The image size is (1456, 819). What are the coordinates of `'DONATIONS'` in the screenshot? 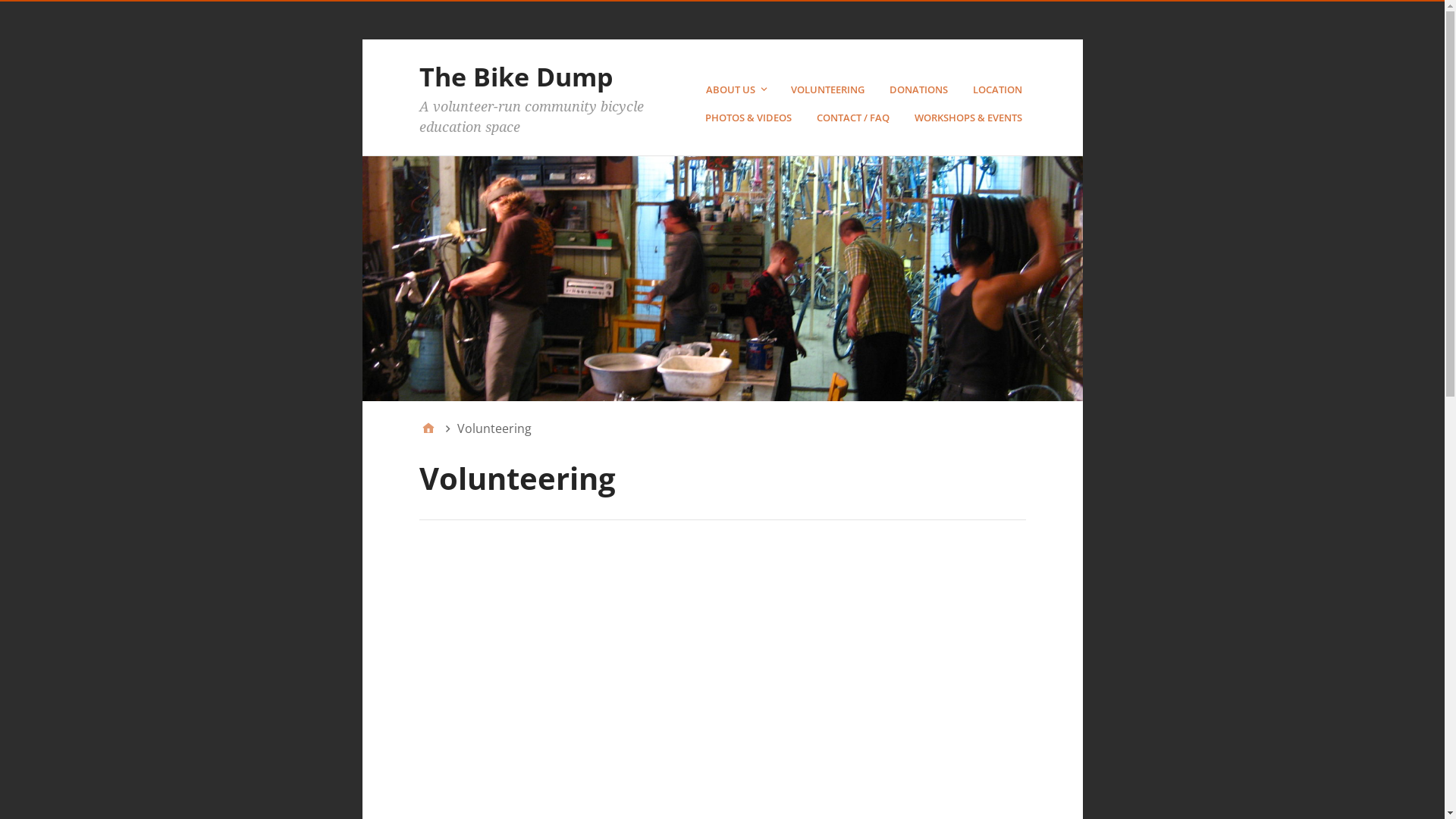 It's located at (919, 89).